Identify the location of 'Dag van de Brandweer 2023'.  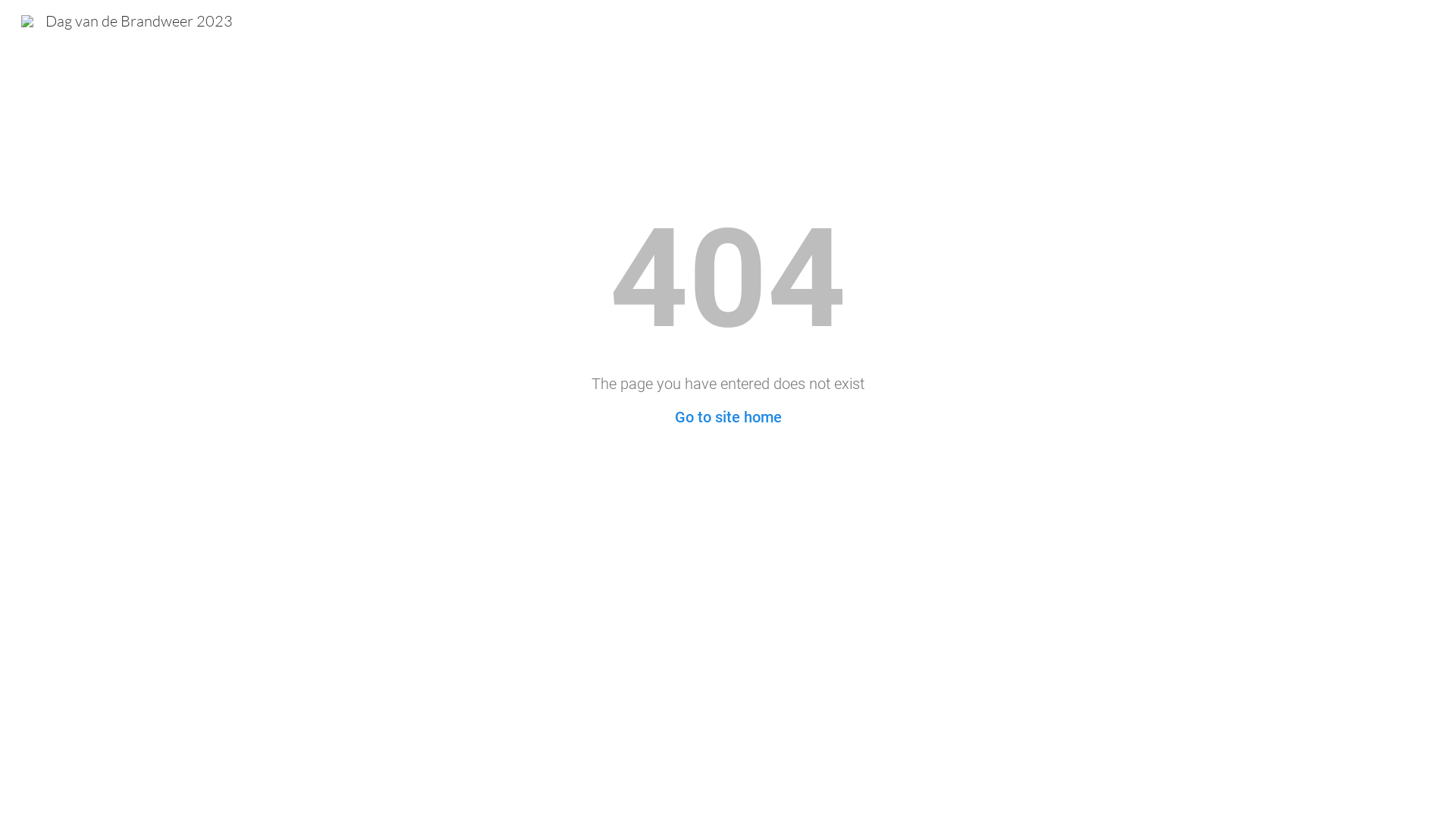
(127, 19).